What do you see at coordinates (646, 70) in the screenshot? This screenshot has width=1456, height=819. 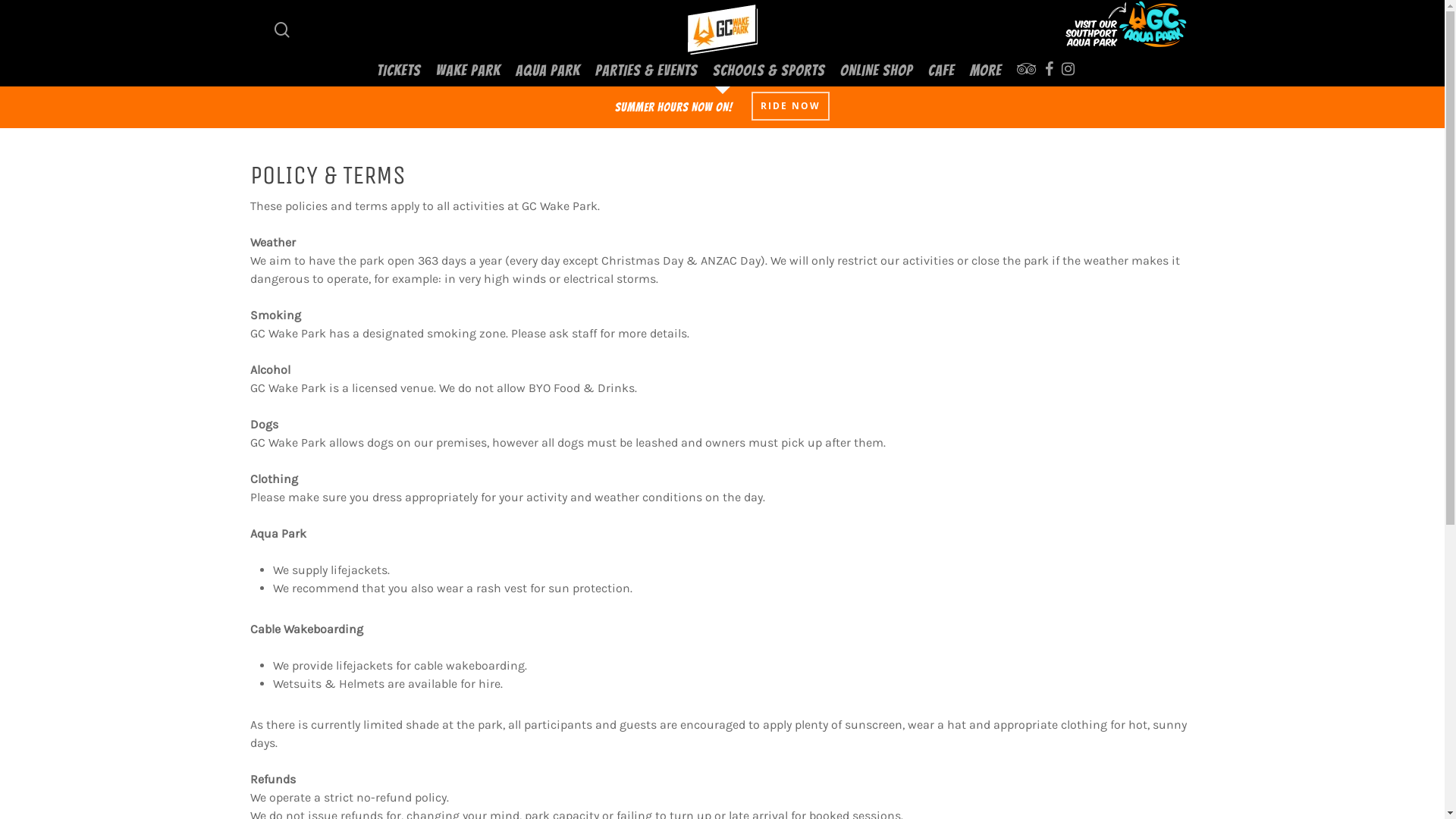 I see `'PARTIES & EVENTS'` at bounding box center [646, 70].